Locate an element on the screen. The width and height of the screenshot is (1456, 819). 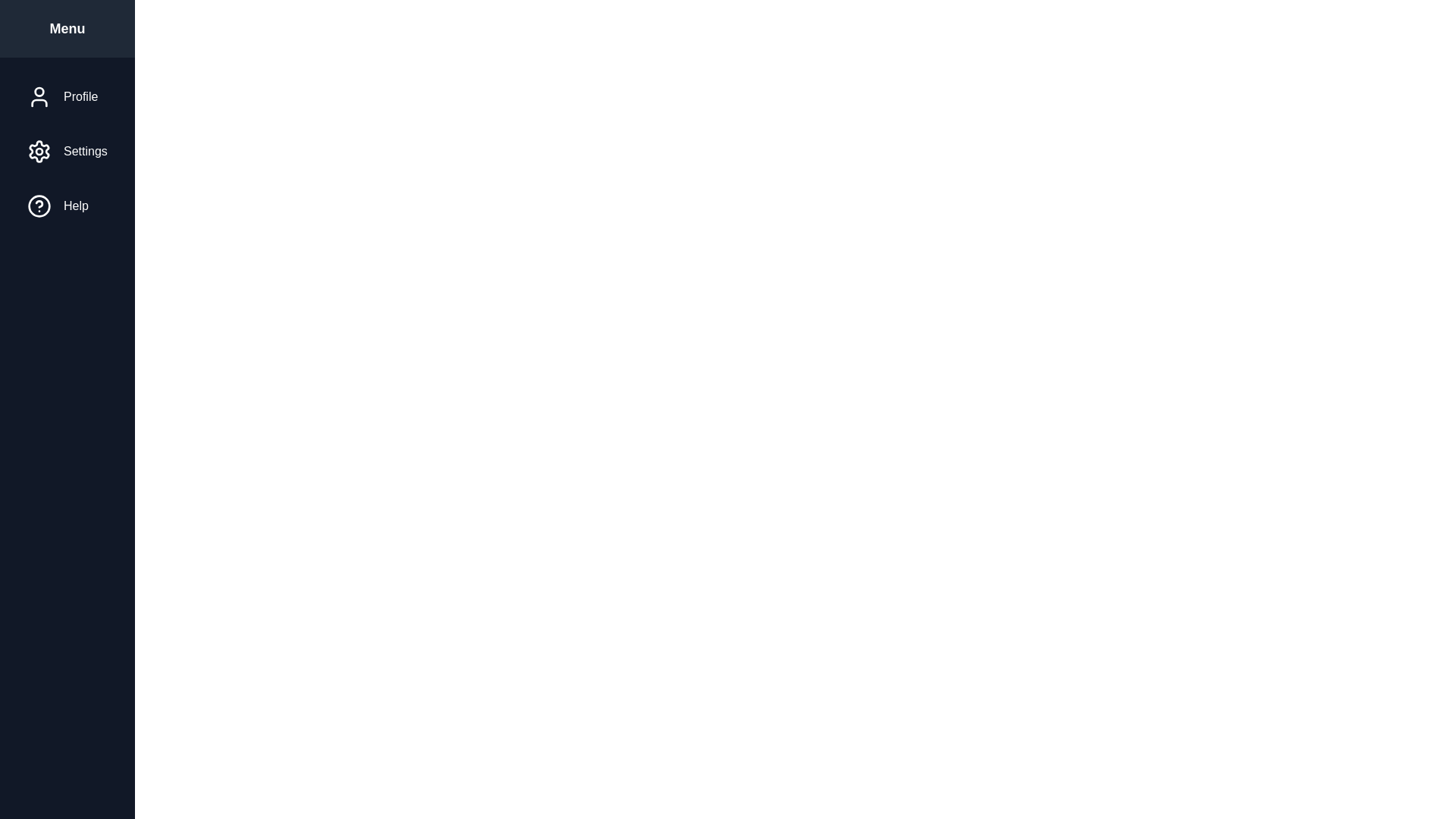
the menu option Profile is located at coordinates (65, 96).